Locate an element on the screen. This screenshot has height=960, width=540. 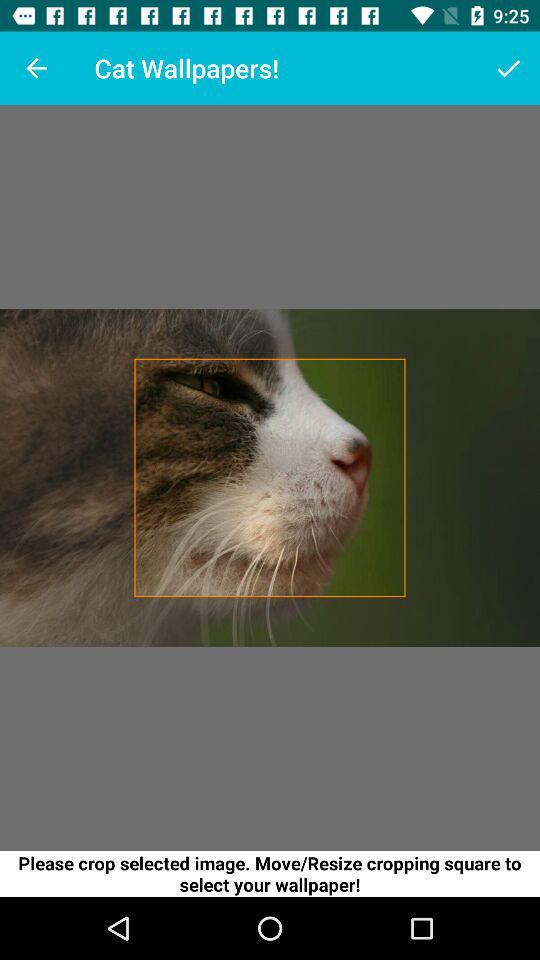
item to the right of the cat wallpapers! is located at coordinates (508, 68).